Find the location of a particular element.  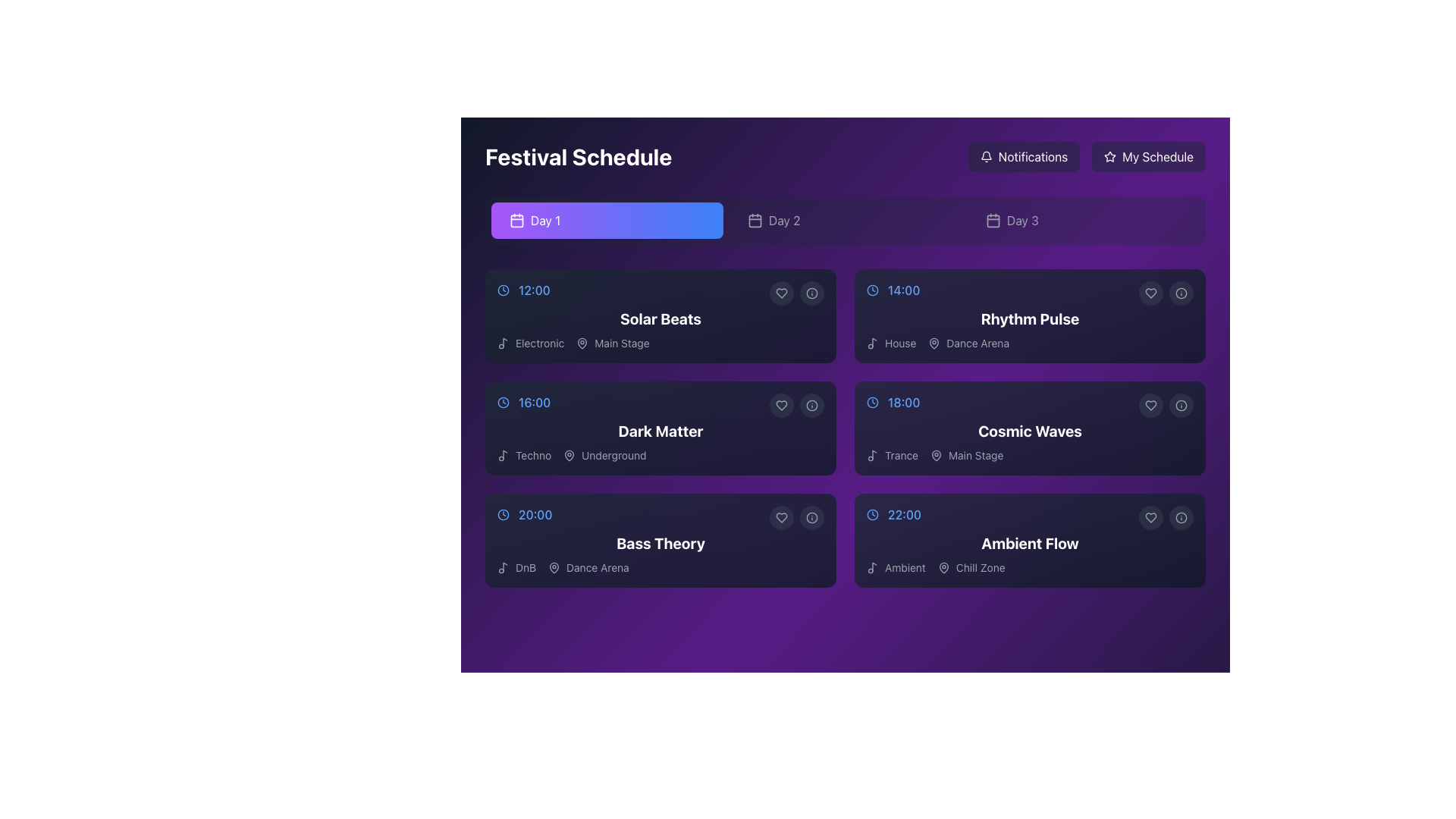

the Favorite button with a heart icon located at the rightmost side of the 'Rhythm Pulse' list item in the schedule for Day 1 is located at coordinates (1150, 293).